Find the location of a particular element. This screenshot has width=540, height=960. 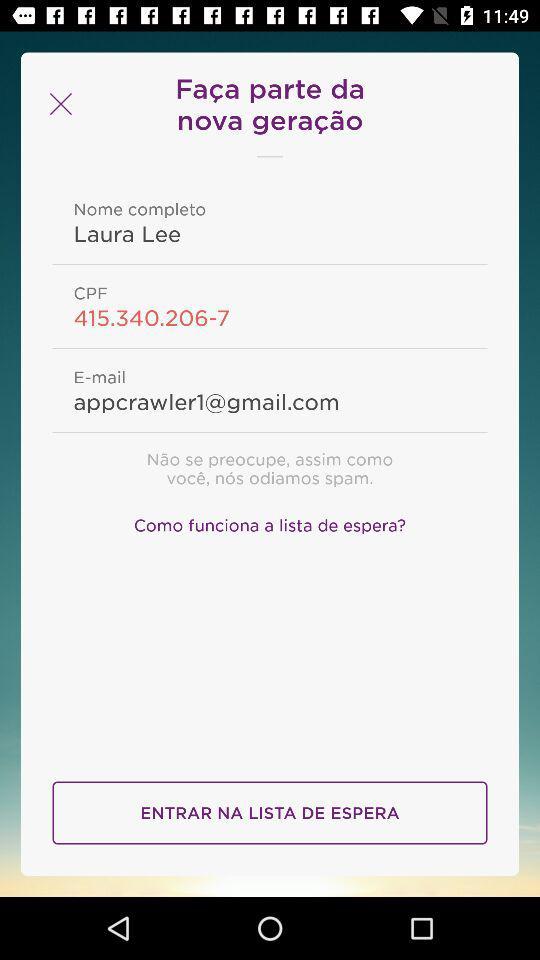

appcrawler1@gmail.com icon is located at coordinates (270, 400).